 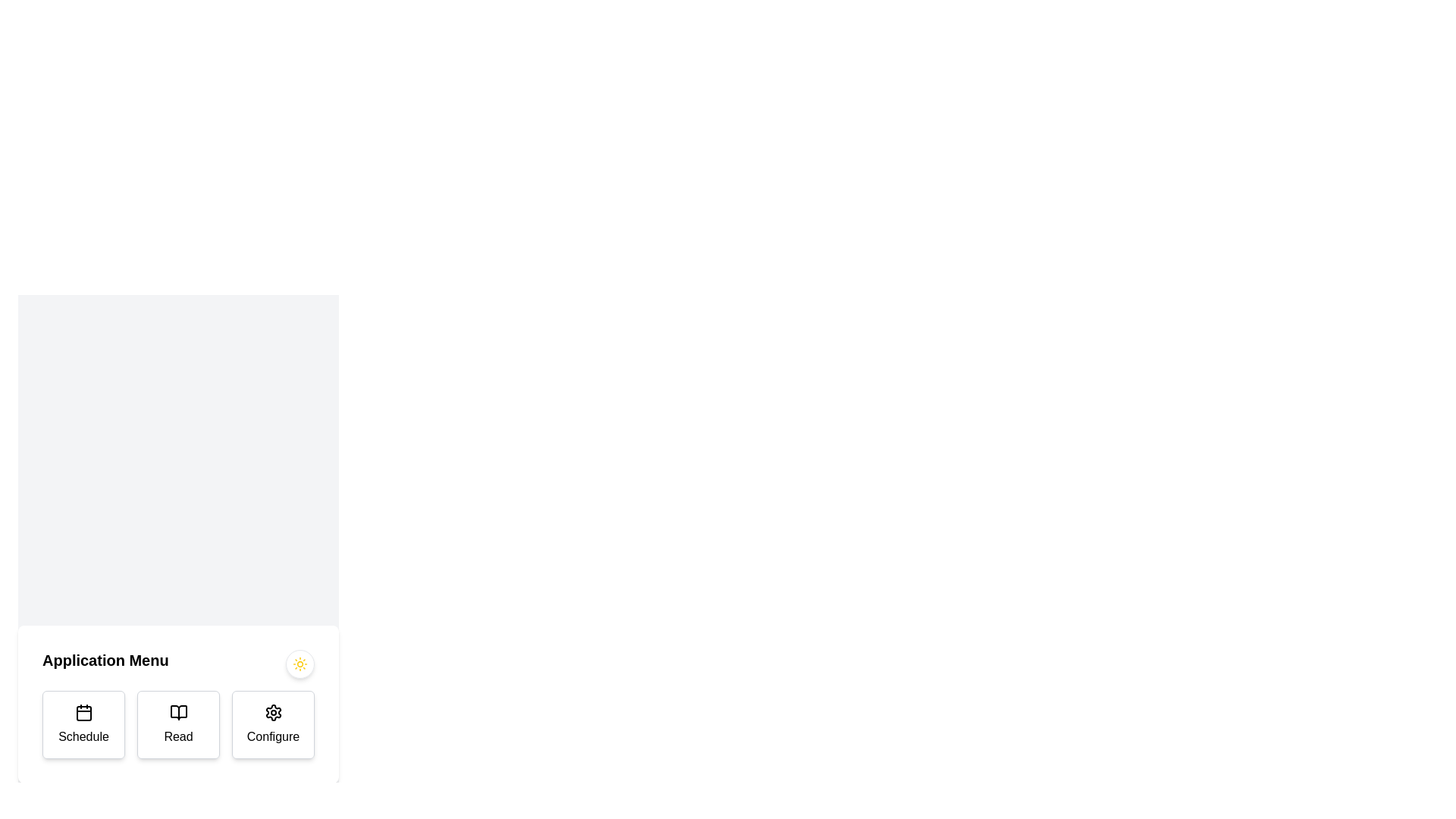 I want to click on text of the 'Schedule' label which is part of the button group located in the lower-left section of the interface, so click(x=83, y=736).